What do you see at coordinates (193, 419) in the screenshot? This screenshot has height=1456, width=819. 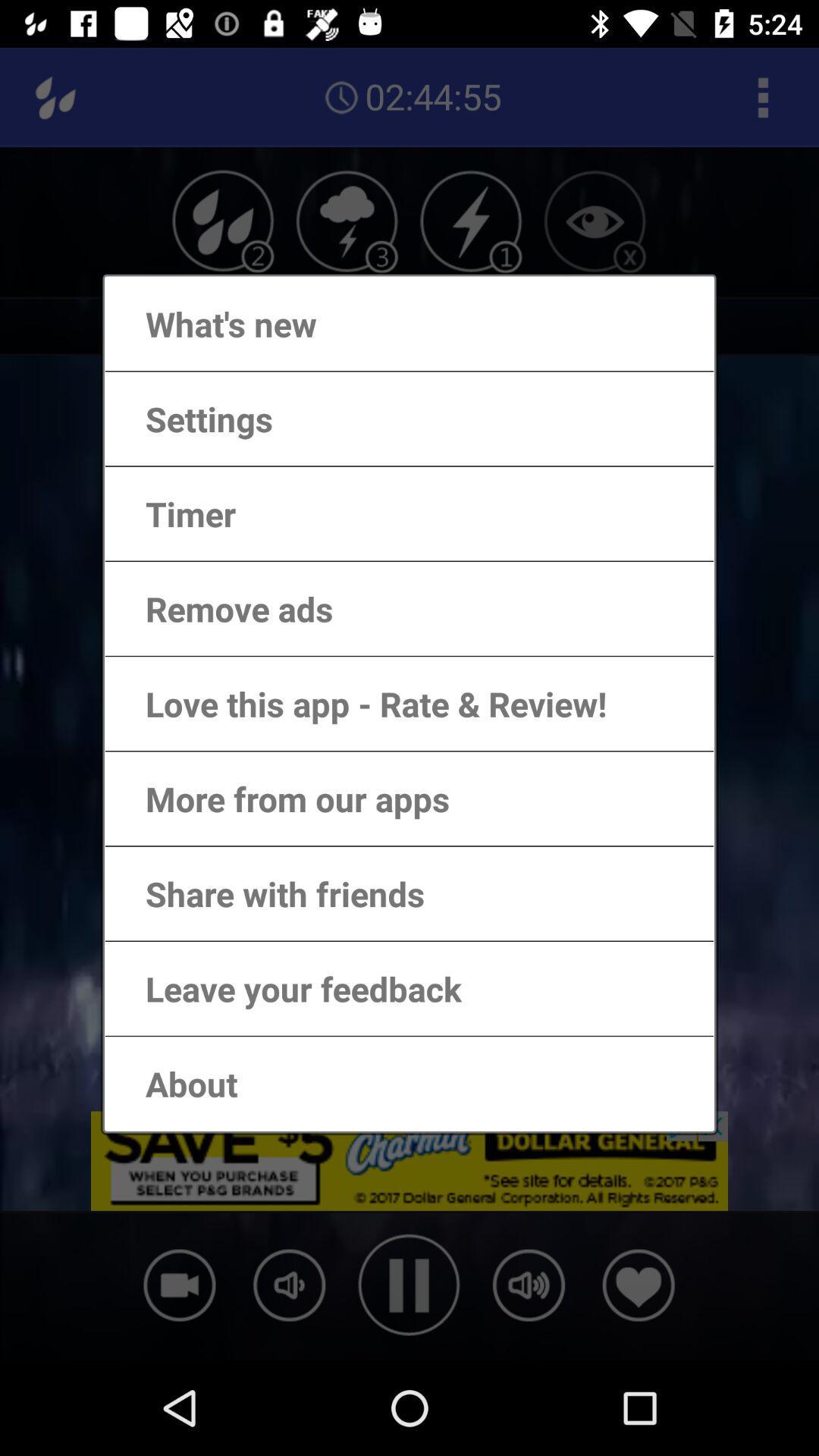 I see `the settings item` at bounding box center [193, 419].